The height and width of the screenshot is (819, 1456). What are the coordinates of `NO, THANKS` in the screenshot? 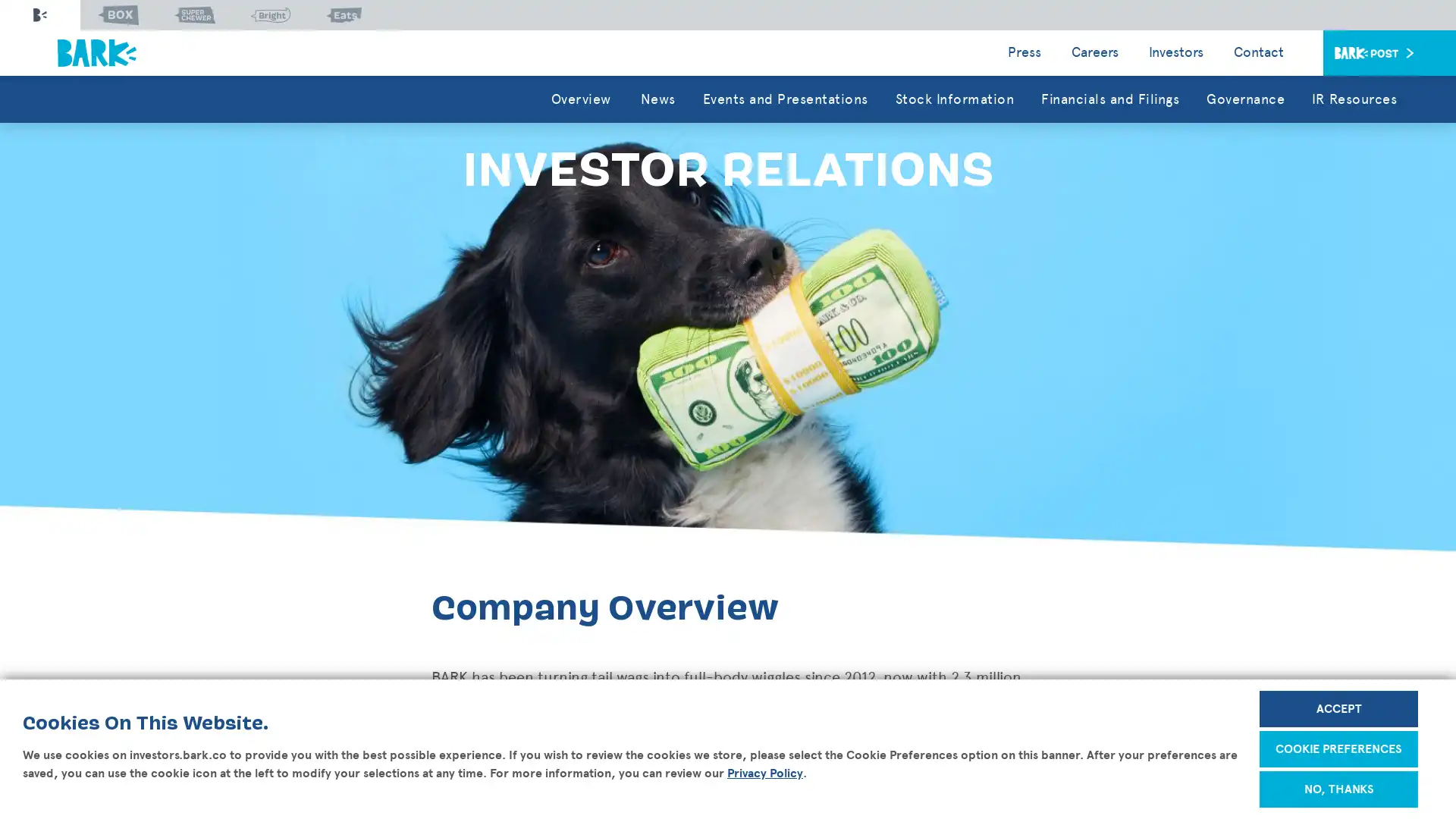 It's located at (1338, 789).